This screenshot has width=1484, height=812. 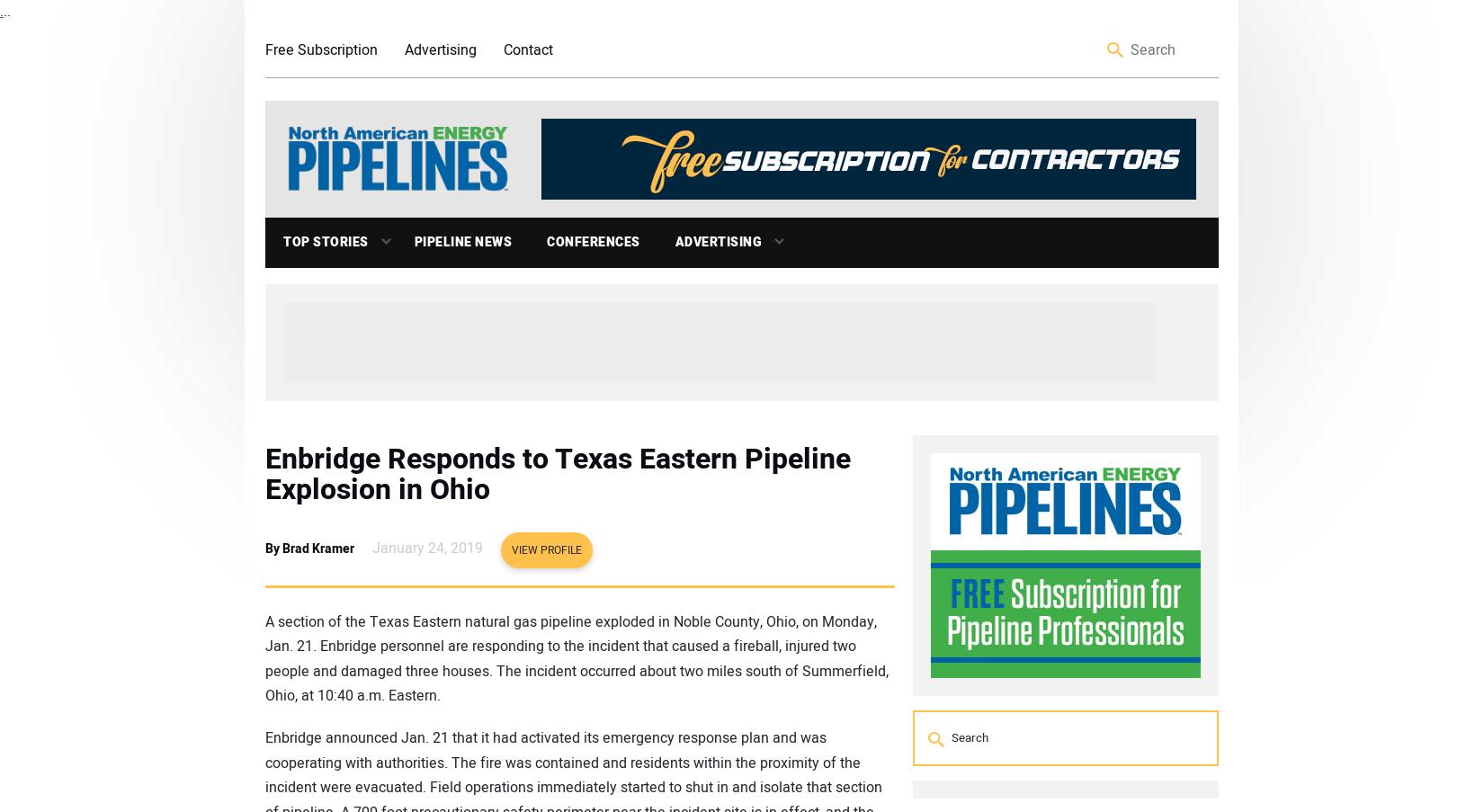 What do you see at coordinates (265, 473) in the screenshot?
I see `'Enbridge Responds to Texas Eastern Pipeline Explosion in Ohio'` at bounding box center [265, 473].